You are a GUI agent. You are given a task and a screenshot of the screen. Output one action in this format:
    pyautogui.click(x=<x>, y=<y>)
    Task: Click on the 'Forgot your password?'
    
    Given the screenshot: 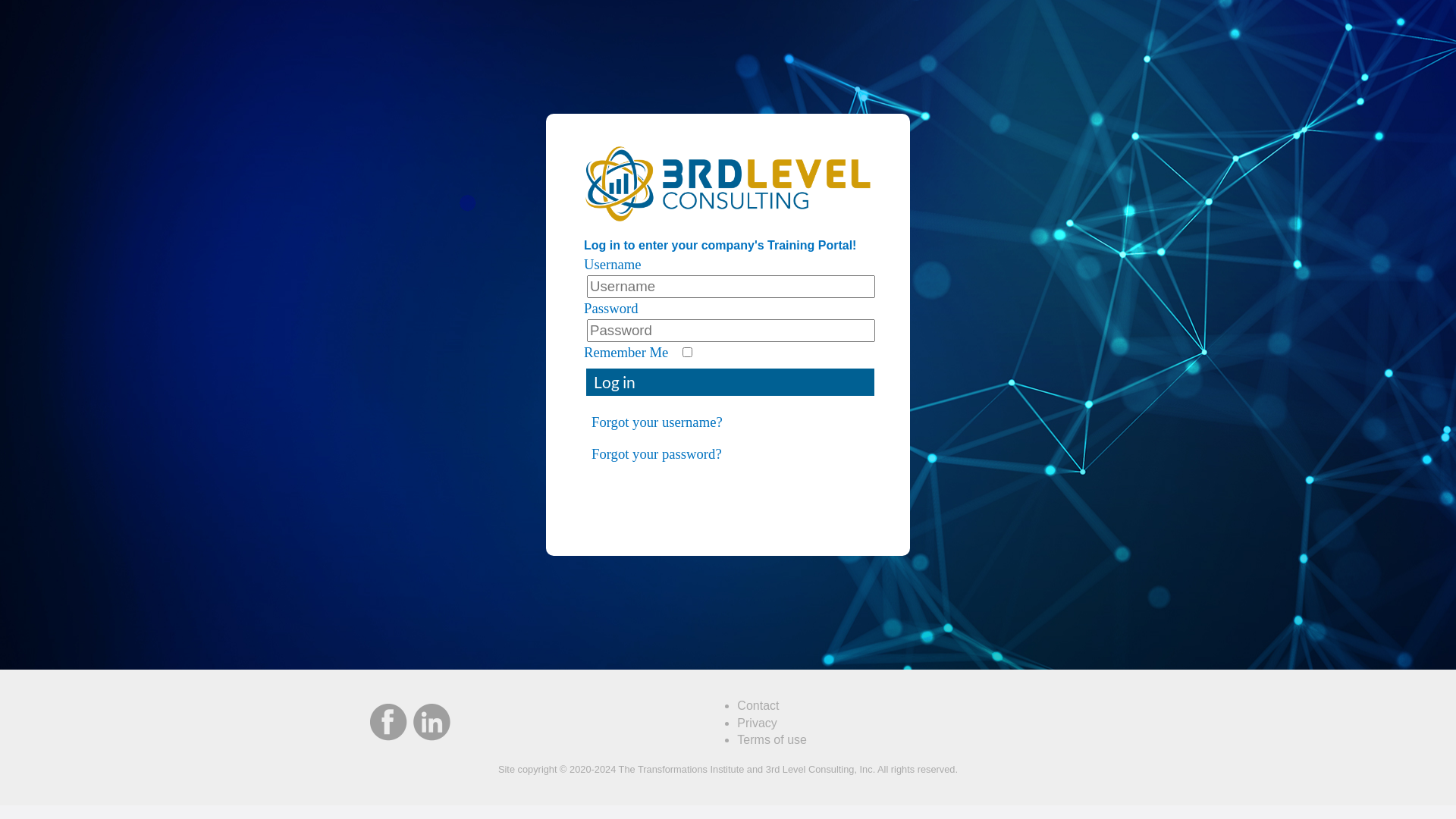 What is the action you would take?
    pyautogui.click(x=728, y=453)
    